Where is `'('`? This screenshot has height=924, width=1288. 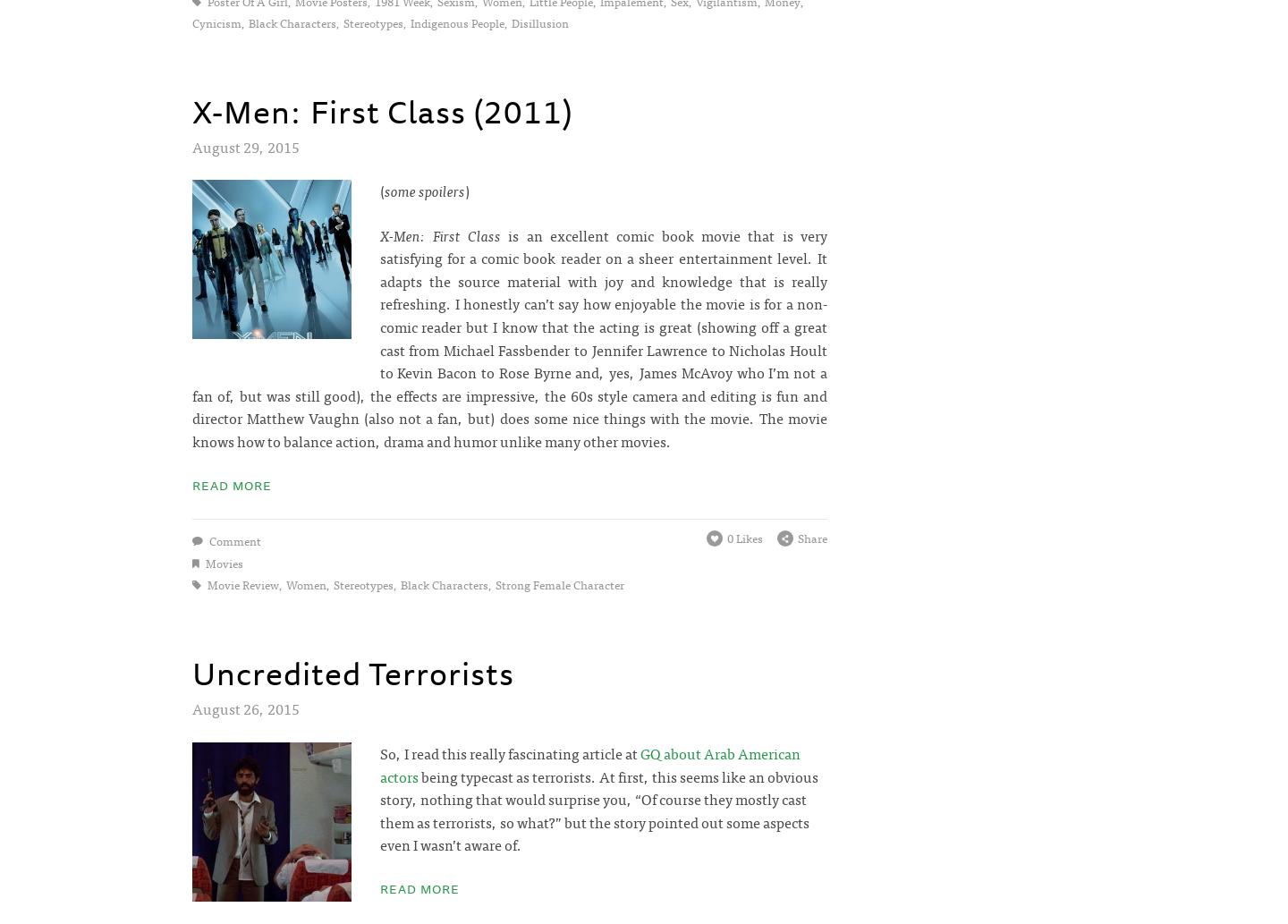
'(' is located at coordinates (378, 190).